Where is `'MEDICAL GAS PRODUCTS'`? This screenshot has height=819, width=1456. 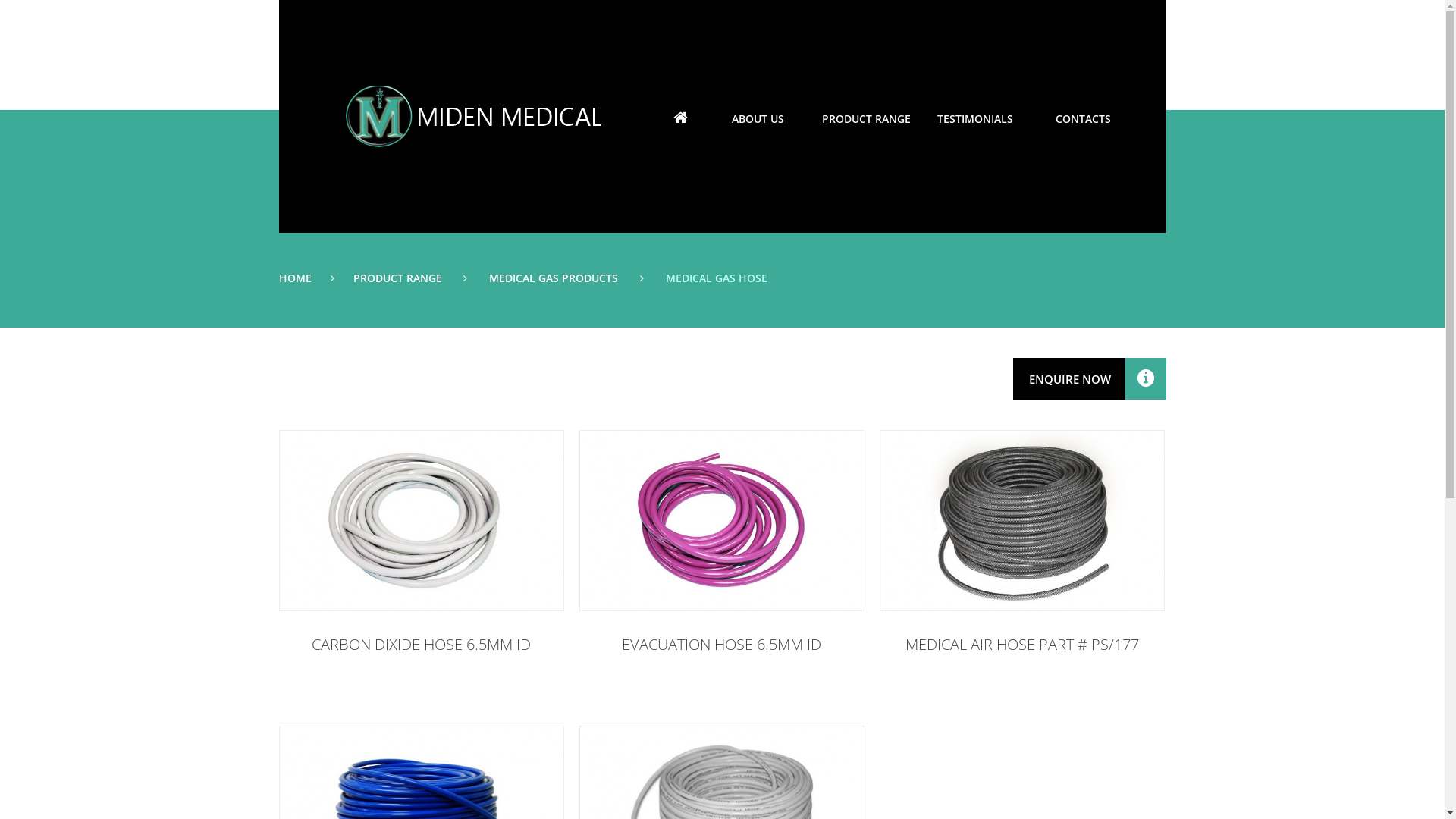
'MEDICAL GAS PRODUCTS' is located at coordinates (552, 278).